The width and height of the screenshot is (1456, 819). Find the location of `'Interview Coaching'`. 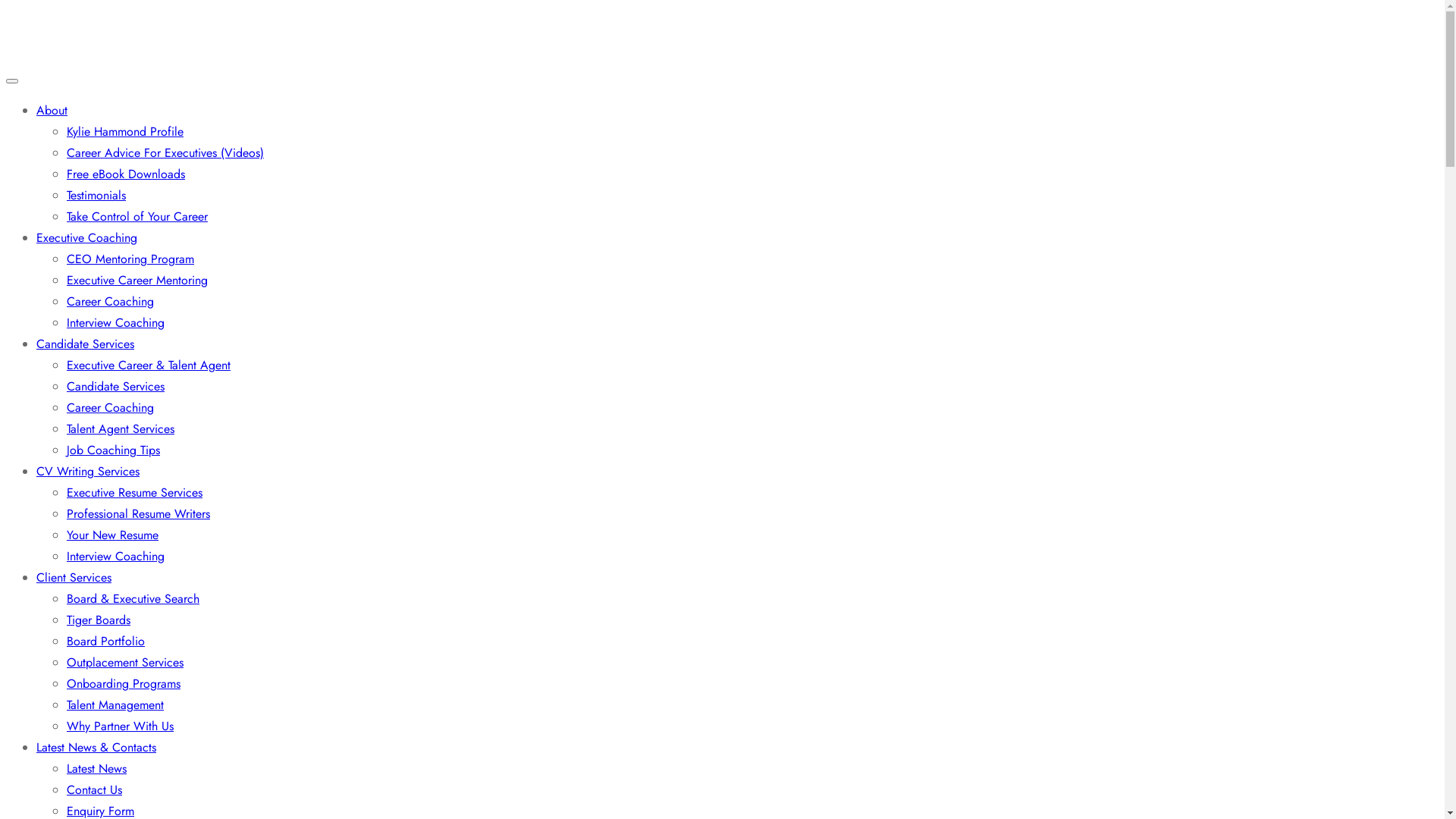

'Interview Coaching' is located at coordinates (115, 556).